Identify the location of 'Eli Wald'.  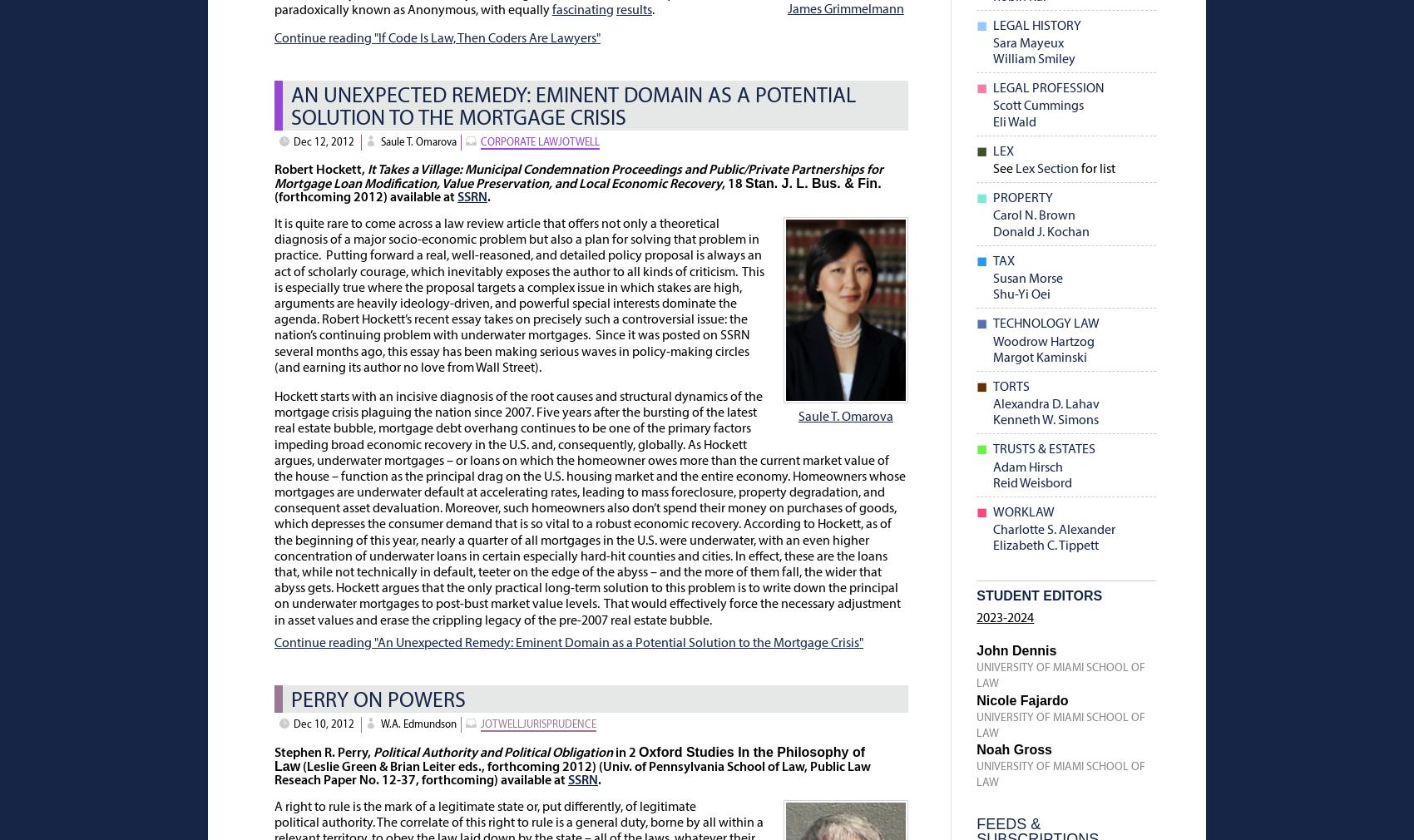
(1013, 121).